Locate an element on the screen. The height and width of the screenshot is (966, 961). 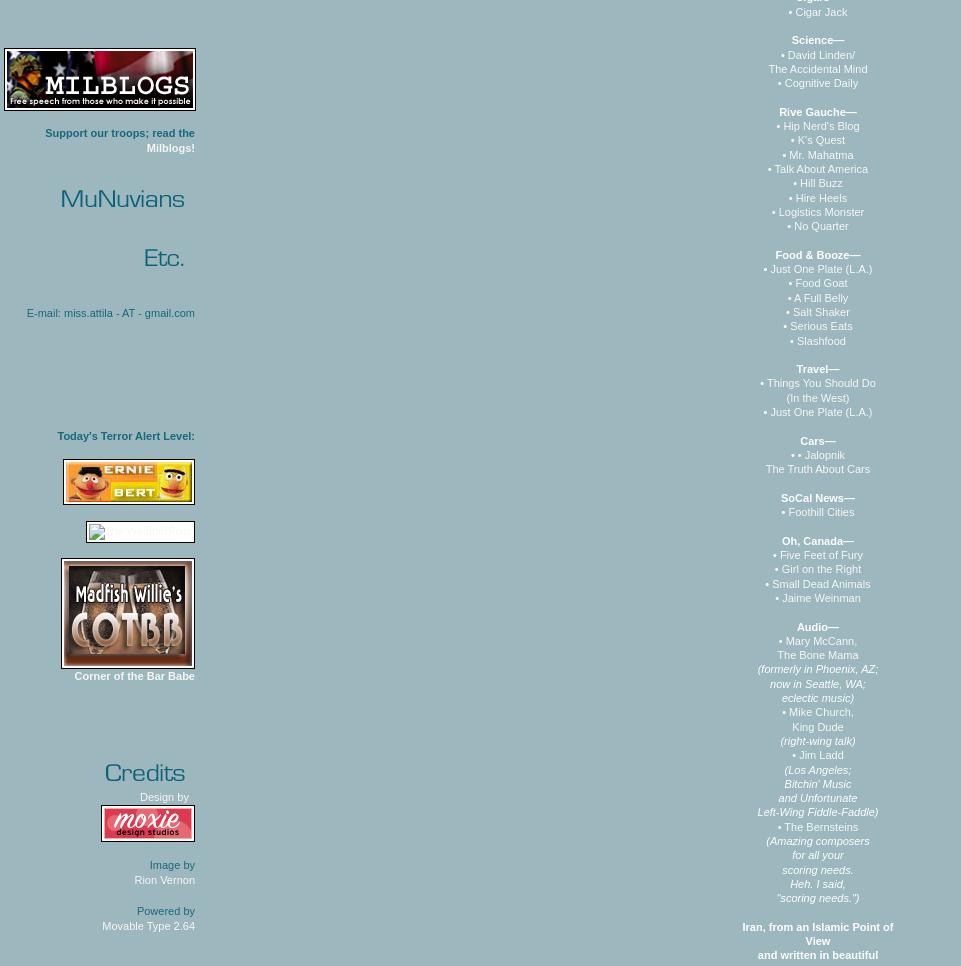
'The Truth About Cars' is located at coordinates (817, 468).